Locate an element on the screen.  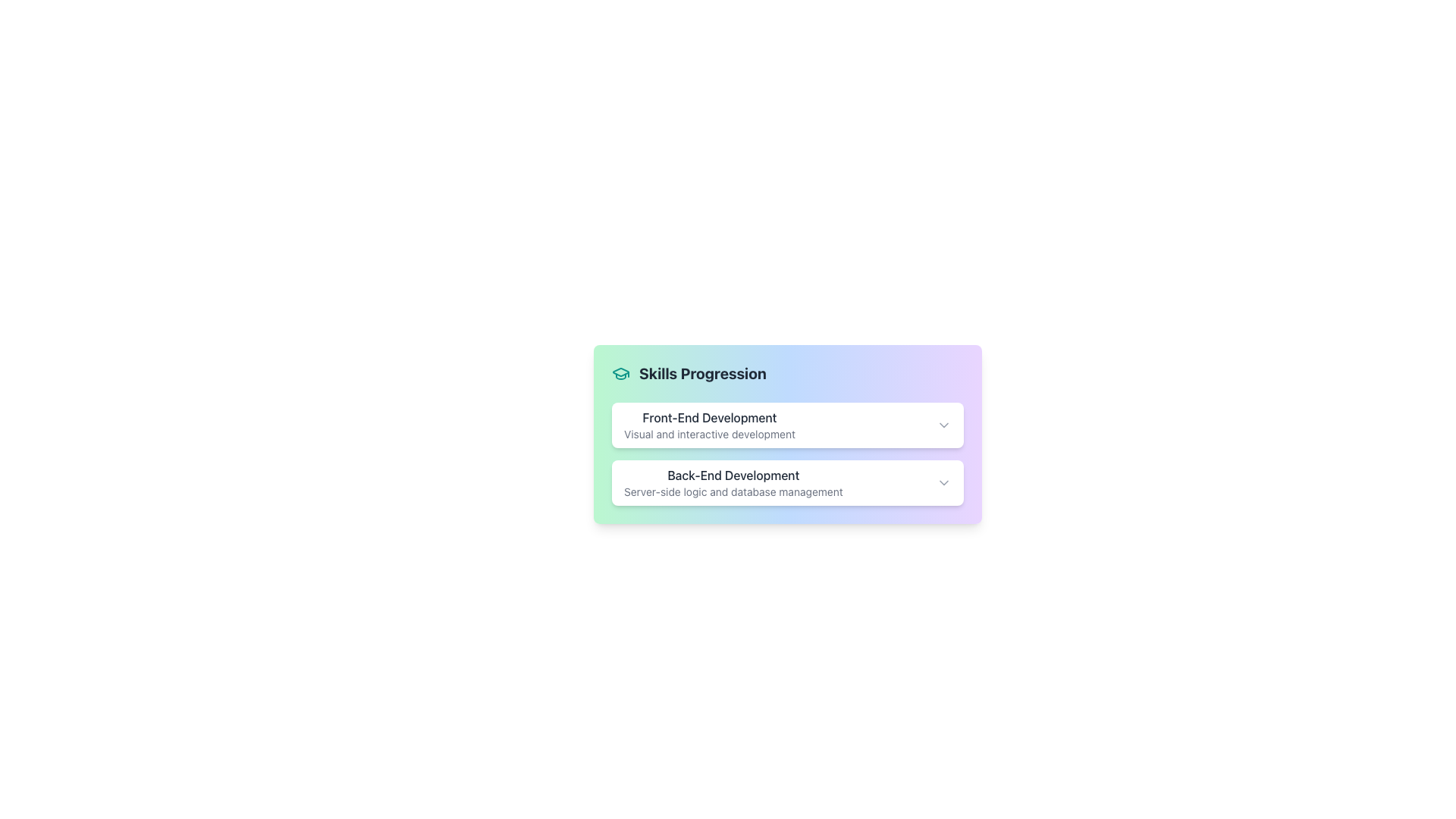
text from the header or title Text Block that serves as an overview for the skills progression content, located to the right of a graduation cap icon is located at coordinates (701, 374).